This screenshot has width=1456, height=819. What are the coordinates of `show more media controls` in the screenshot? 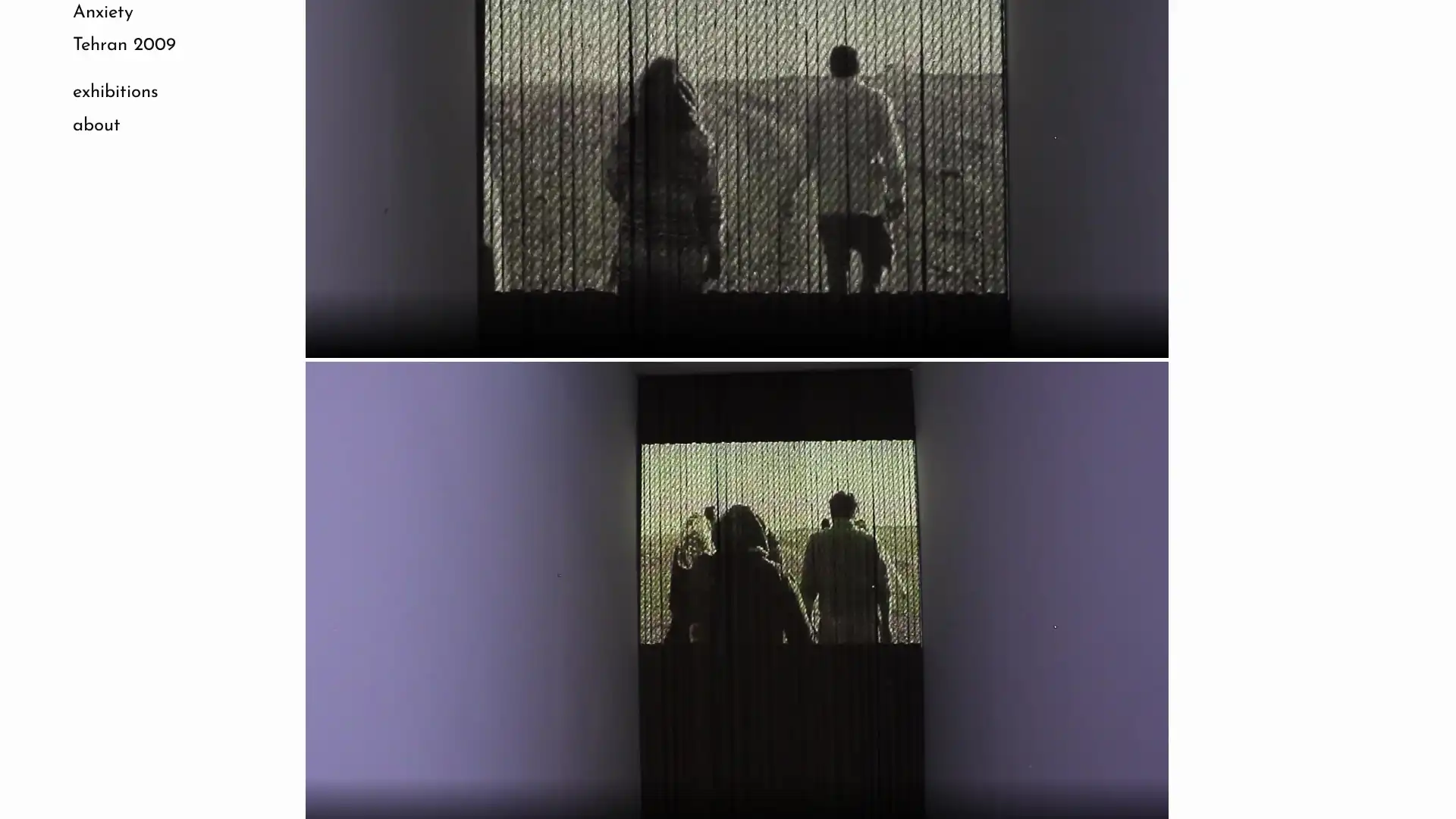 It's located at (1150, 320).